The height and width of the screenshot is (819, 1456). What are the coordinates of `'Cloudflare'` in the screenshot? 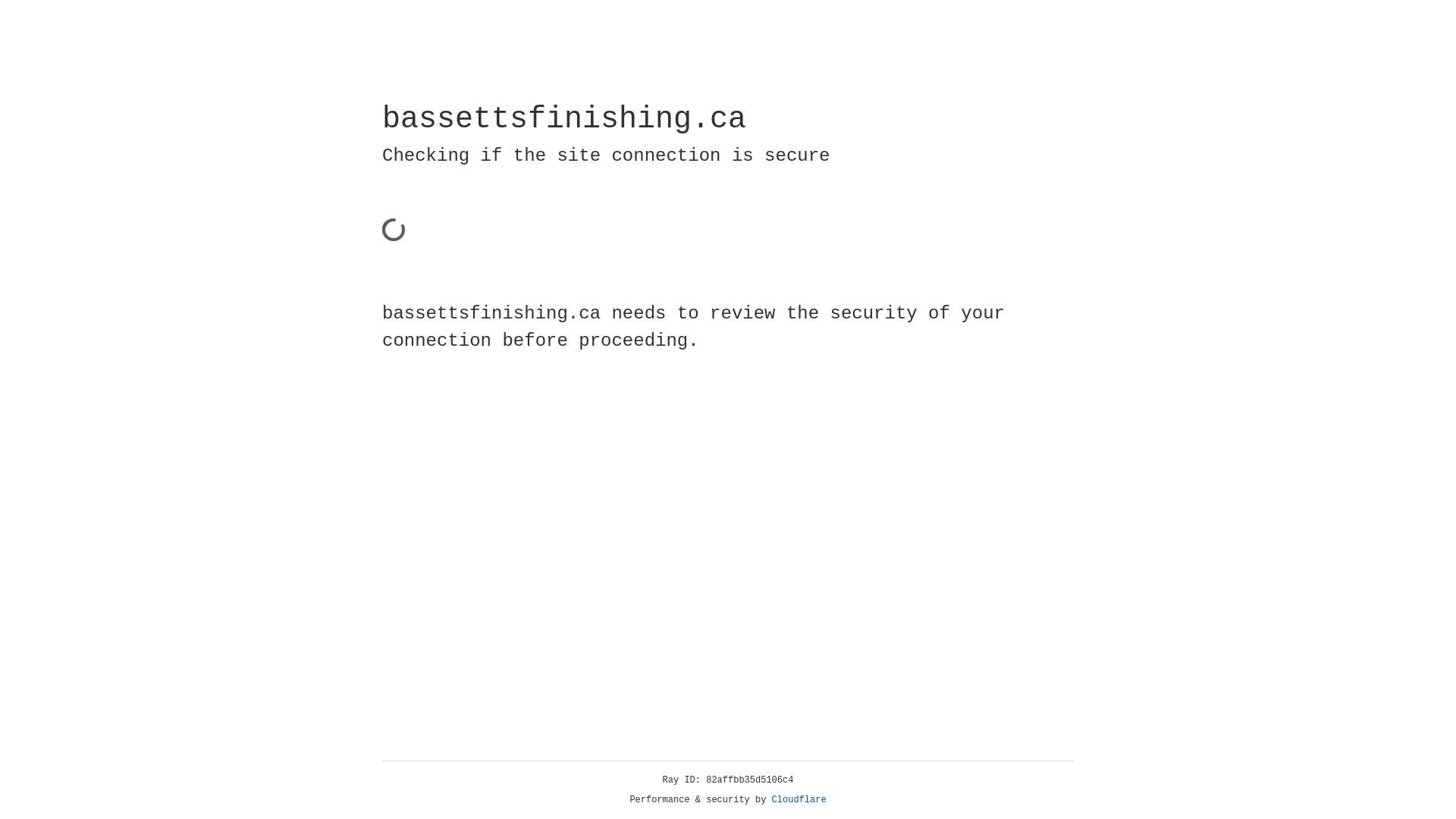 It's located at (799, 799).